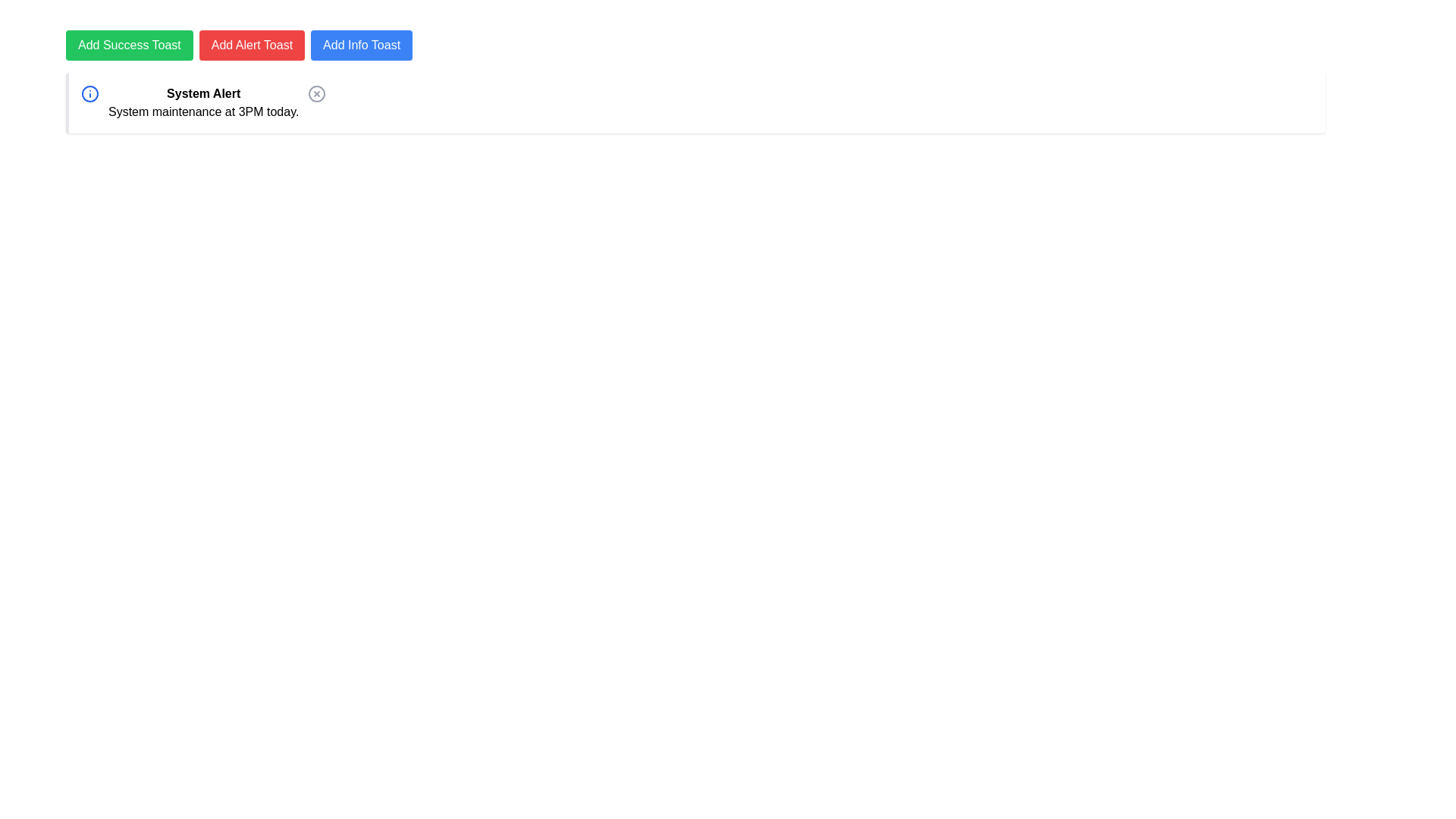  Describe the element at coordinates (202, 93) in the screenshot. I see `the static text header titled 'System Alert' which is bold and positioned at the top of the notification box` at that location.